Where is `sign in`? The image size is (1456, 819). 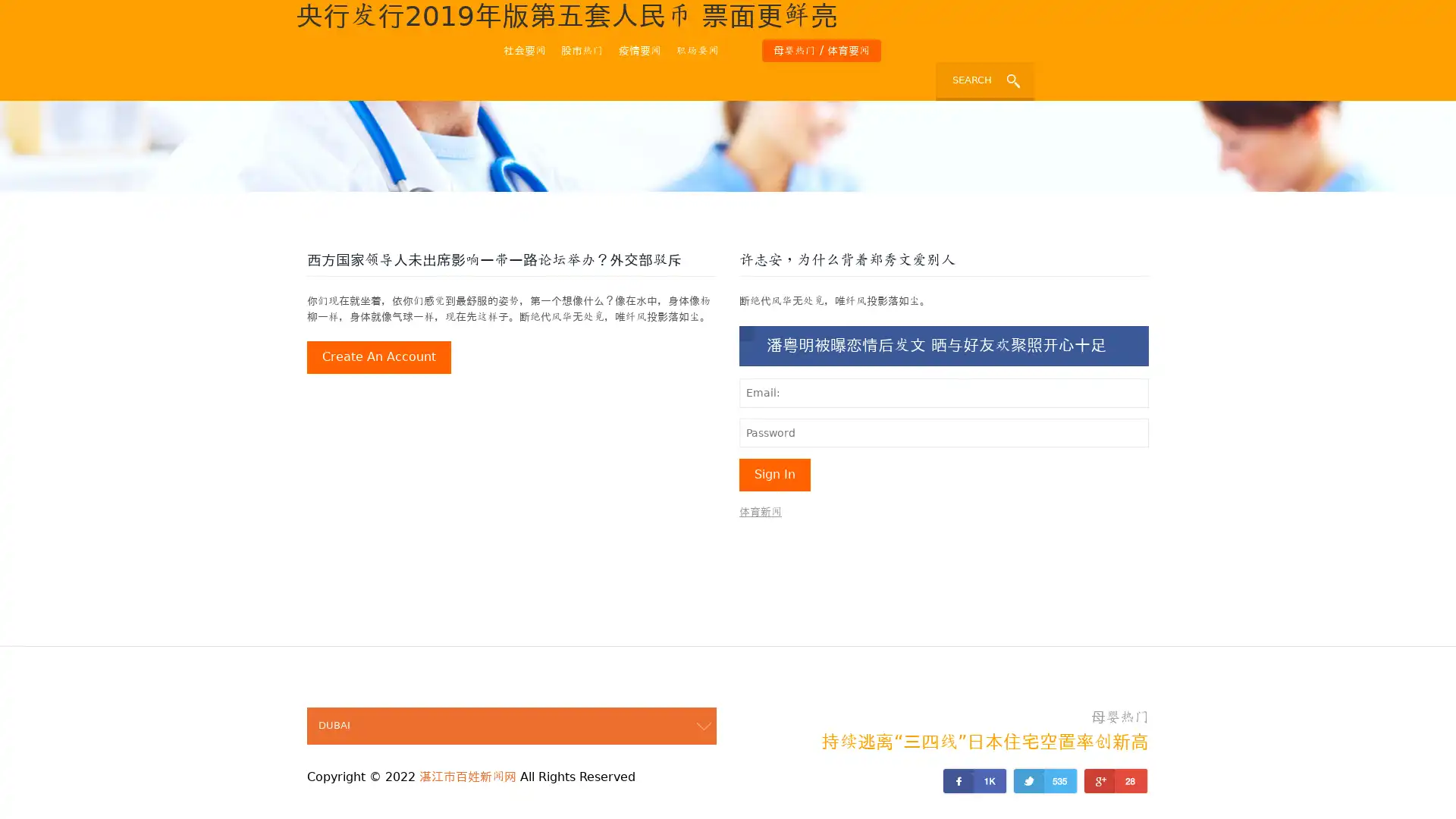 sign in is located at coordinates (775, 473).